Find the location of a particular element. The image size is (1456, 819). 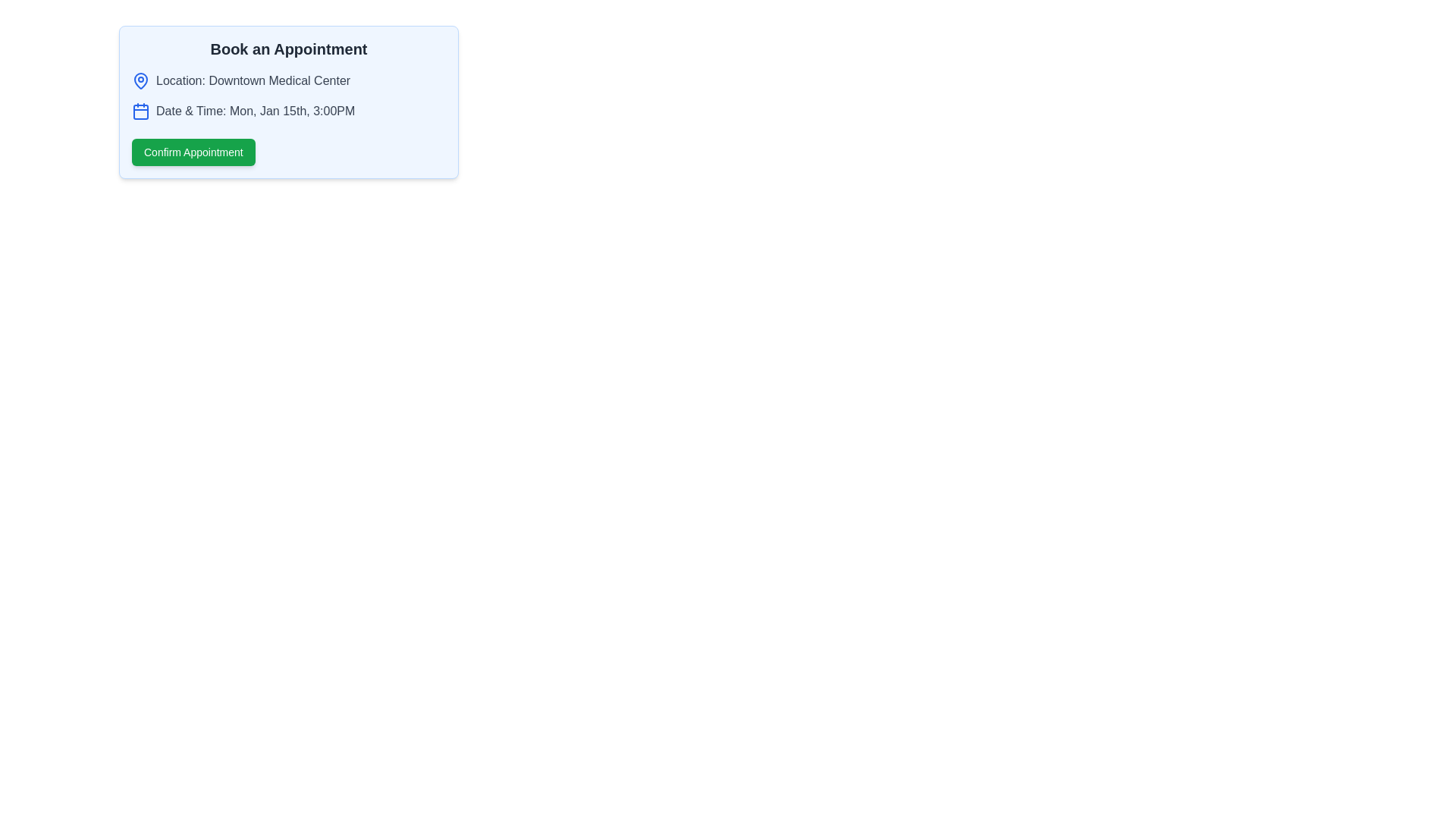

the 'Confirm Appointment' button, which is a green rectangular button with white text and a rounded border located at the bottom left of the booking card interface is located at coordinates (193, 152).